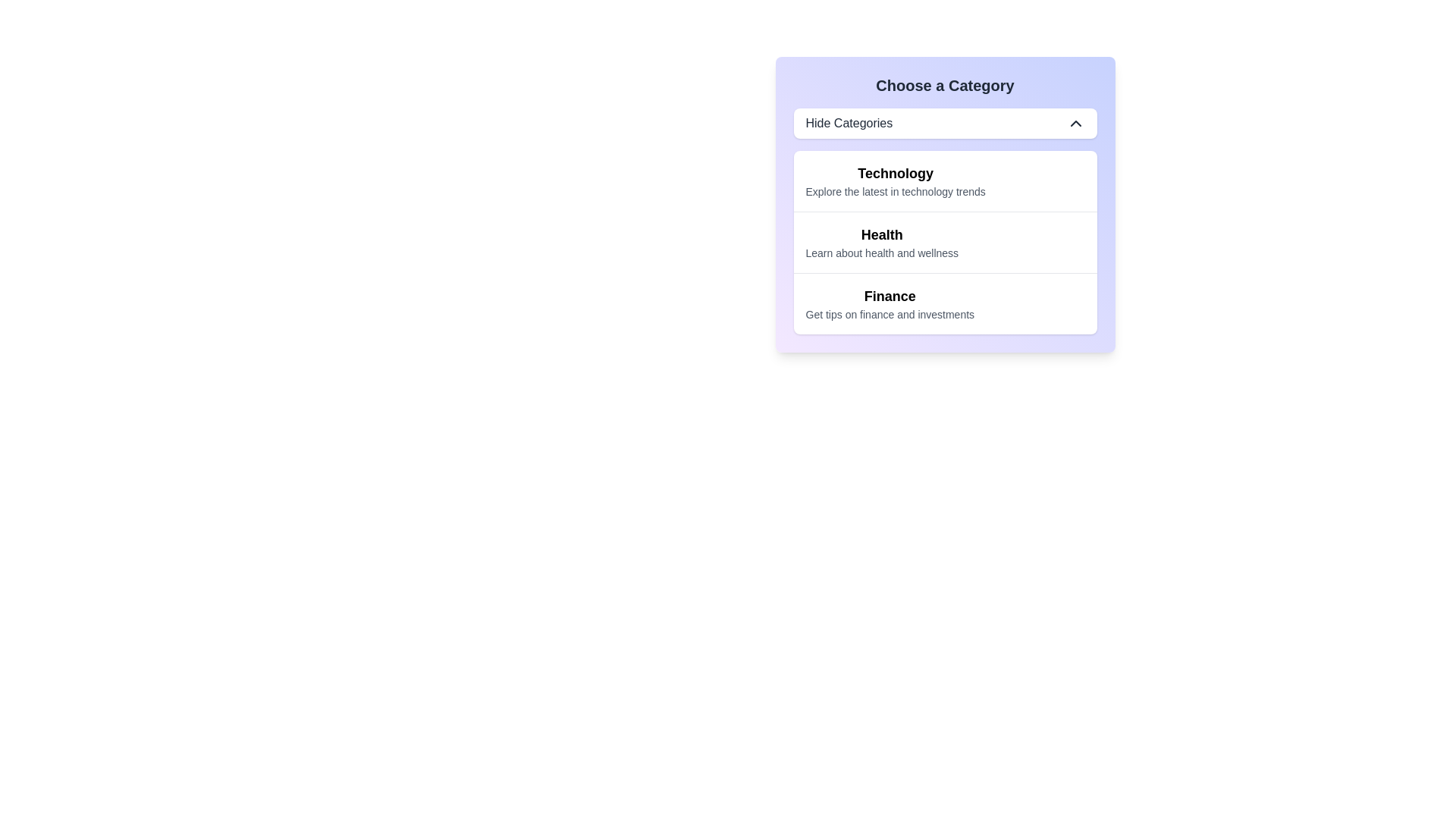 The image size is (1456, 819). What do you see at coordinates (890, 314) in the screenshot?
I see `the subtitle text element styled with a smaller font size and gray color located beneath the 'Finance' header in the third category card under 'Choose a Category'` at bounding box center [890, 314].